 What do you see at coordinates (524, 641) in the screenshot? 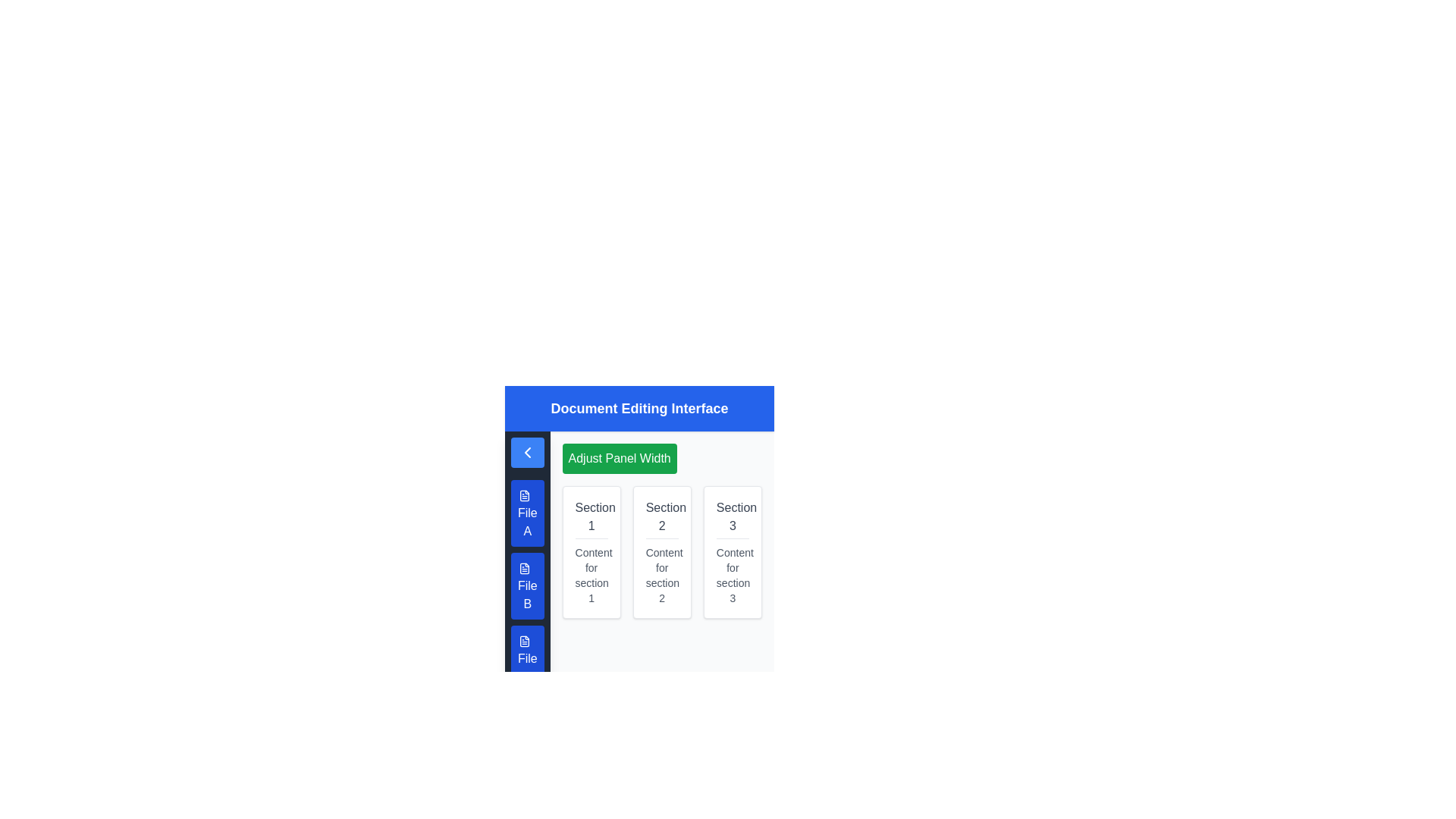
I see `the 'File C' icon, which is located at the top-left of the 'File C' button, indicating a file-related operation` at bounding box center [524, 641].